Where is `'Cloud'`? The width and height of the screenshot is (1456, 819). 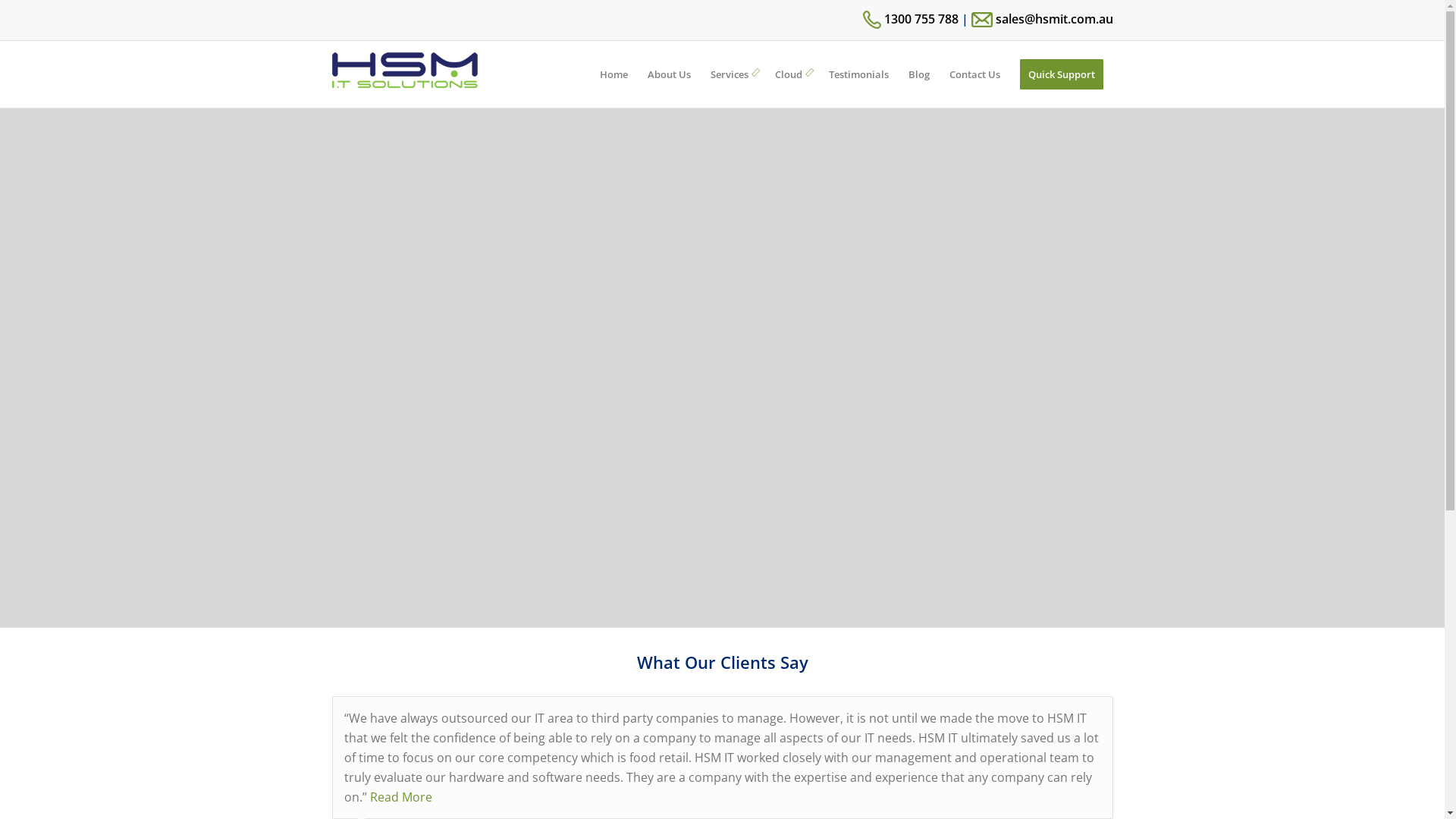 'Cloud' is located at coordinates (791, 74).